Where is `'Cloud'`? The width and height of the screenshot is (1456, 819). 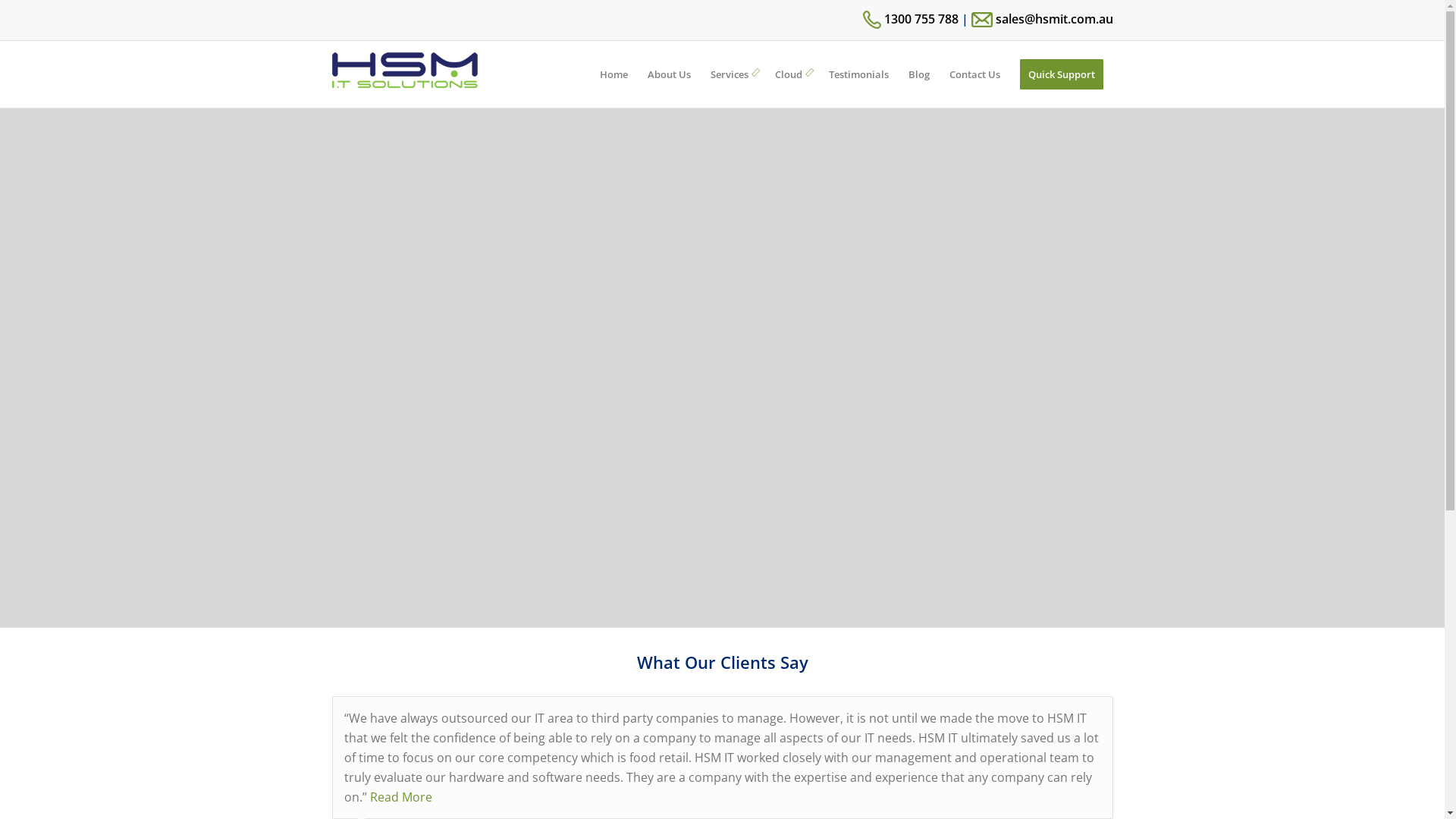 'Cloud' is located at coordinates (791, 74).